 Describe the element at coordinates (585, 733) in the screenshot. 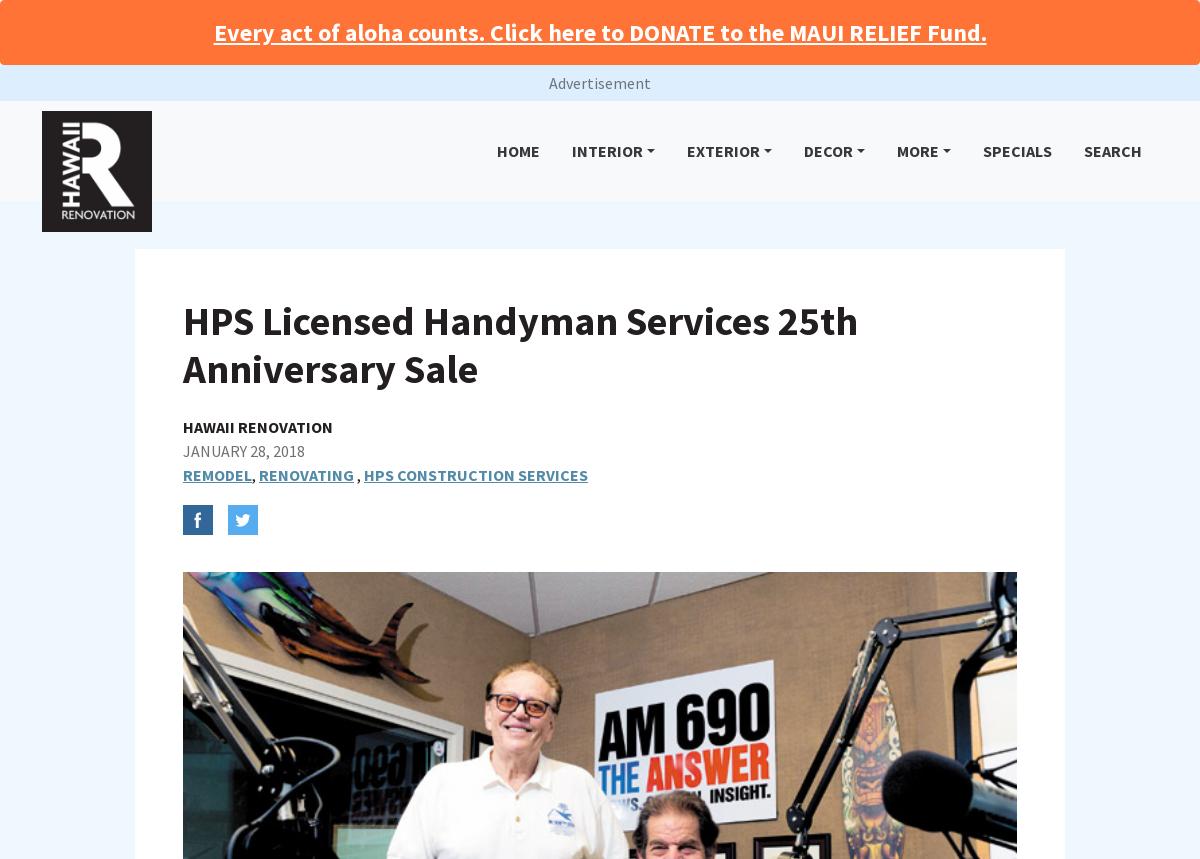

I see `'HPS Construction is a top rated member of Better Business Bureau Hawaii, Building Industry Association of Hawaii and more.'` at that location.